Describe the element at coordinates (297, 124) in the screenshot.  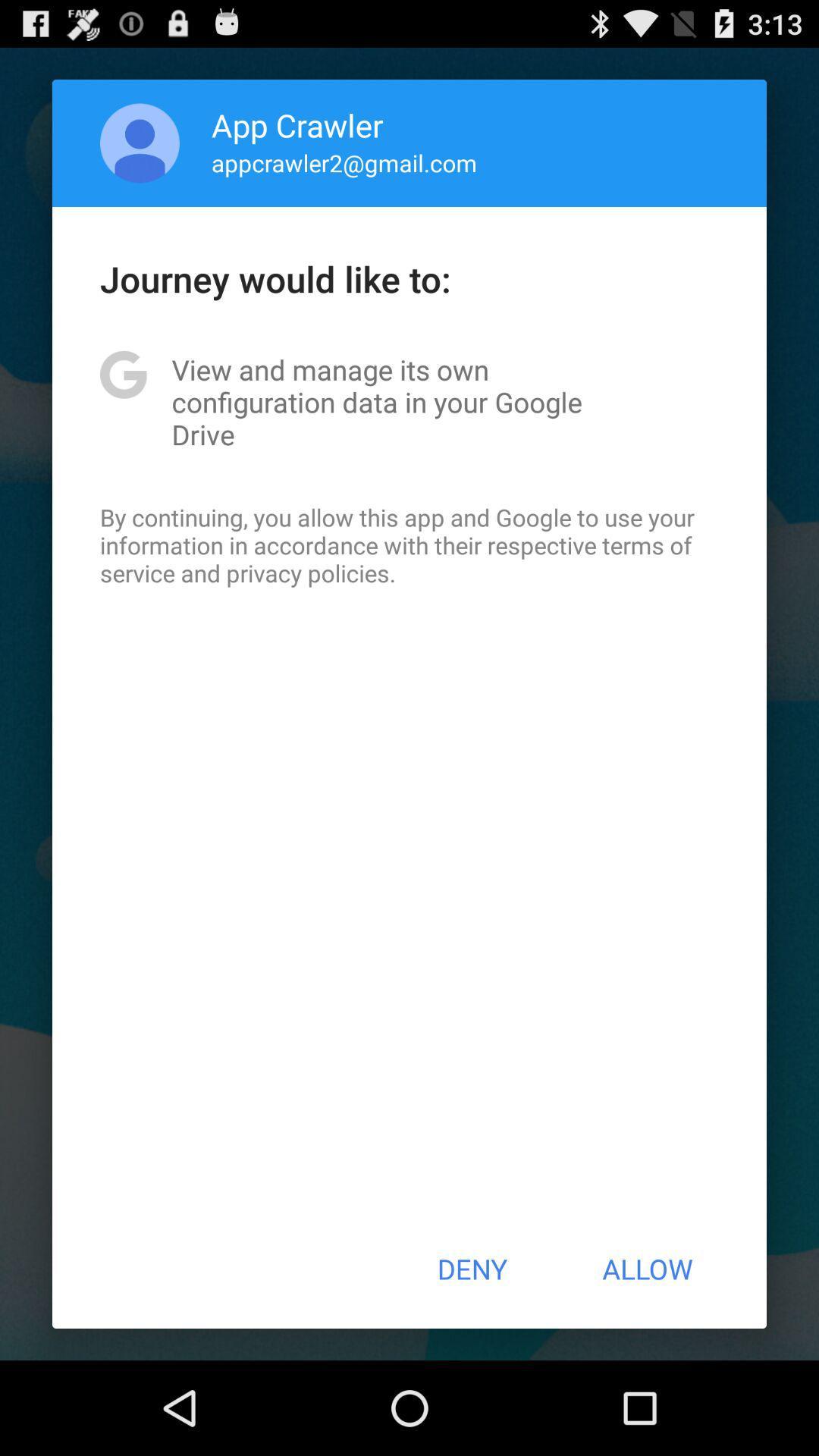
I see `app crawler` at that location.